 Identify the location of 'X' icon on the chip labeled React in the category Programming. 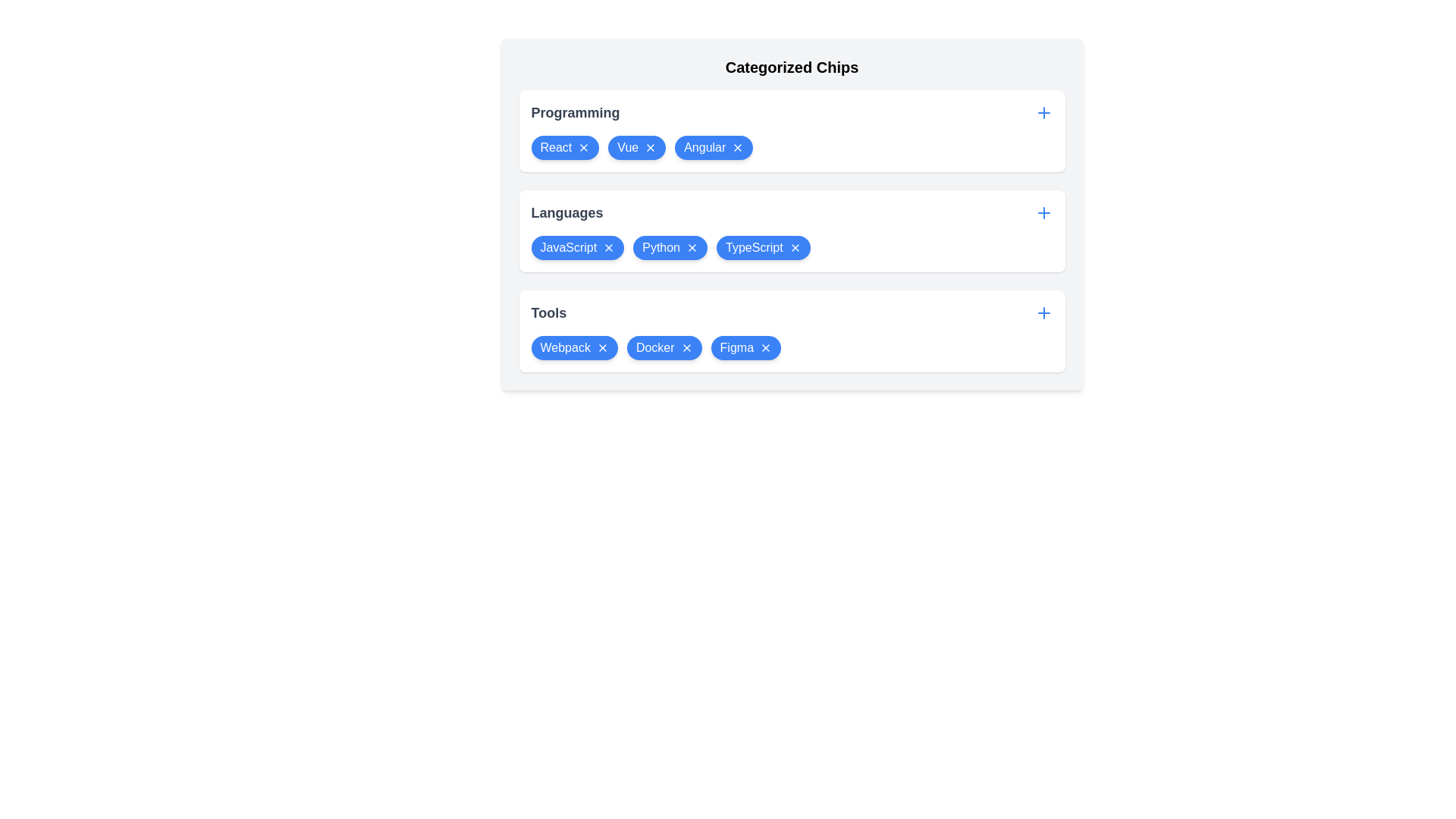
(583, 148).